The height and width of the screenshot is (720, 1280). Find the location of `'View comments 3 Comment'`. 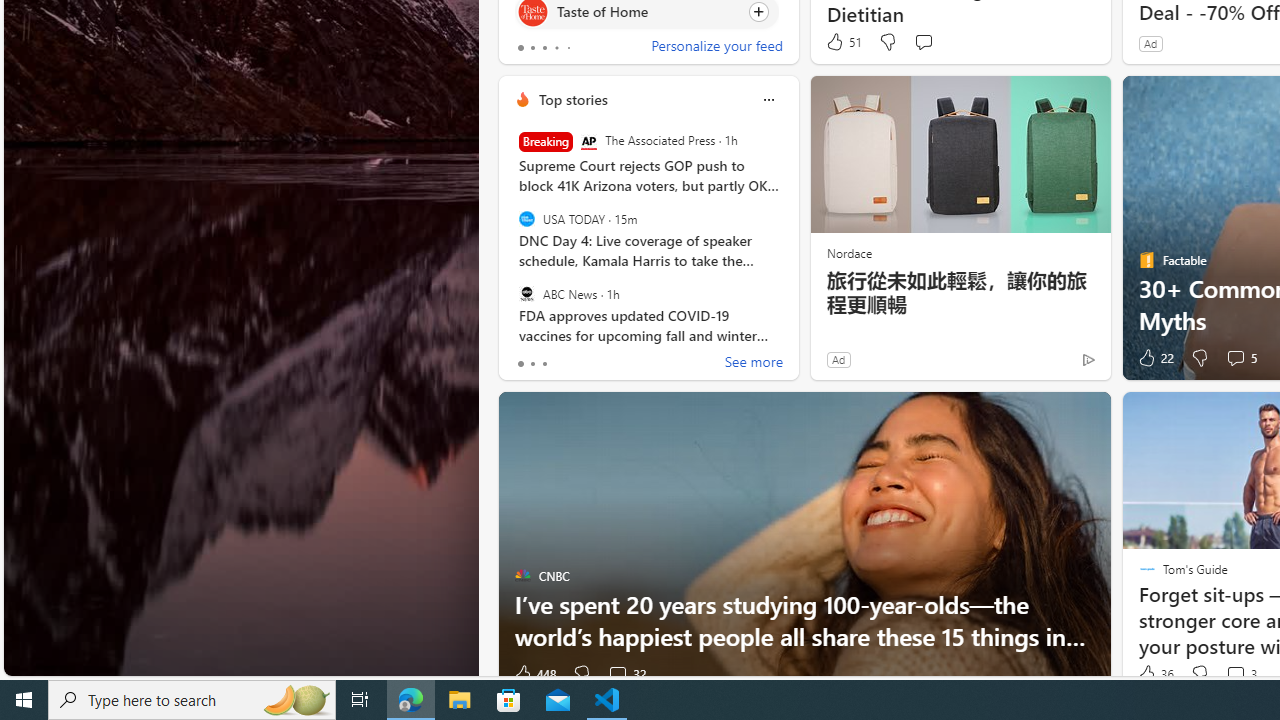

'View comments 3 Comment' is located at coordinates (1234, 673).